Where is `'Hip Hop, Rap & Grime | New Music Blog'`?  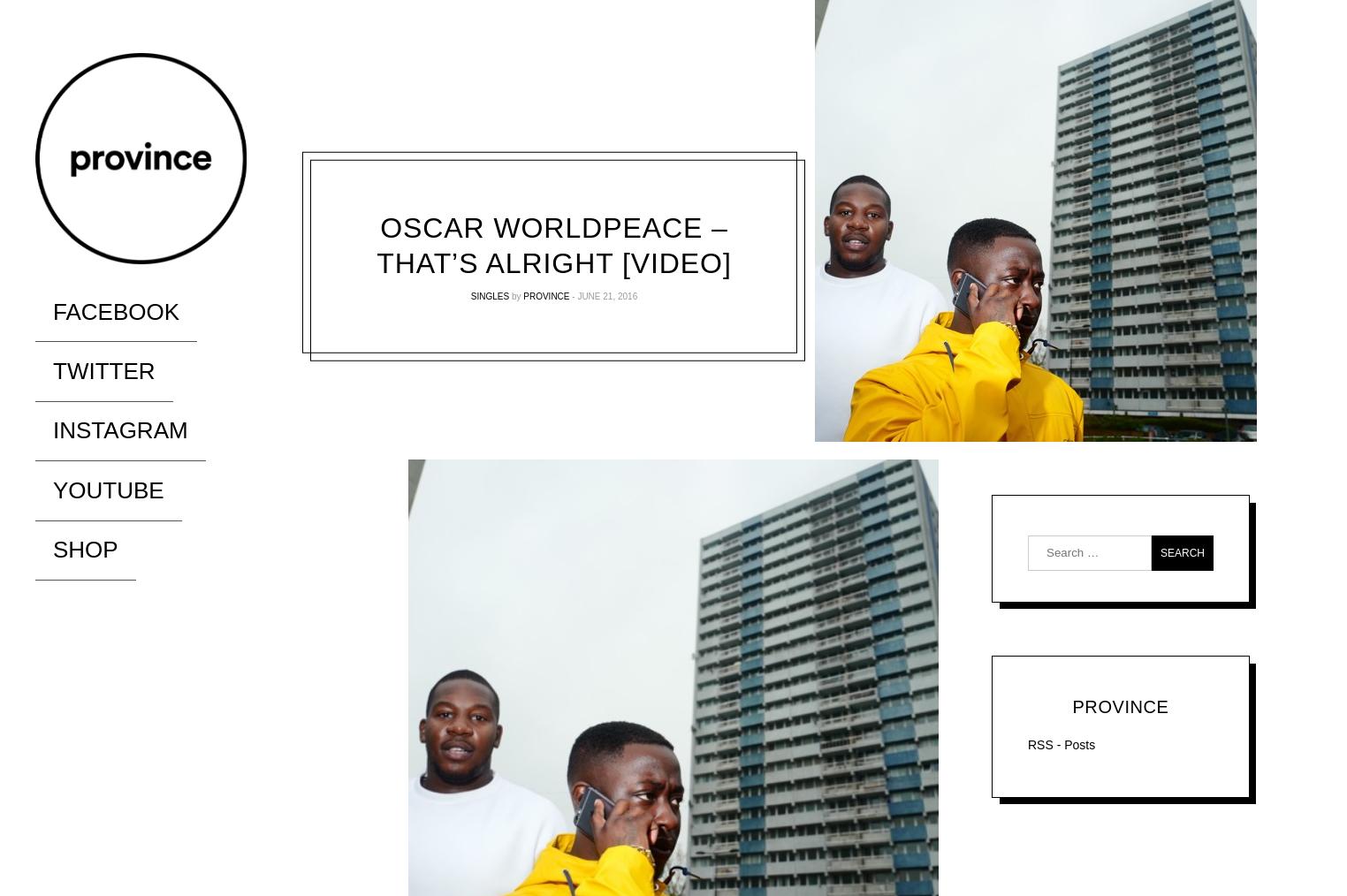 'Hip Hop, Rap & Grime | New Music Blog' is located at coordinates (161, 286).